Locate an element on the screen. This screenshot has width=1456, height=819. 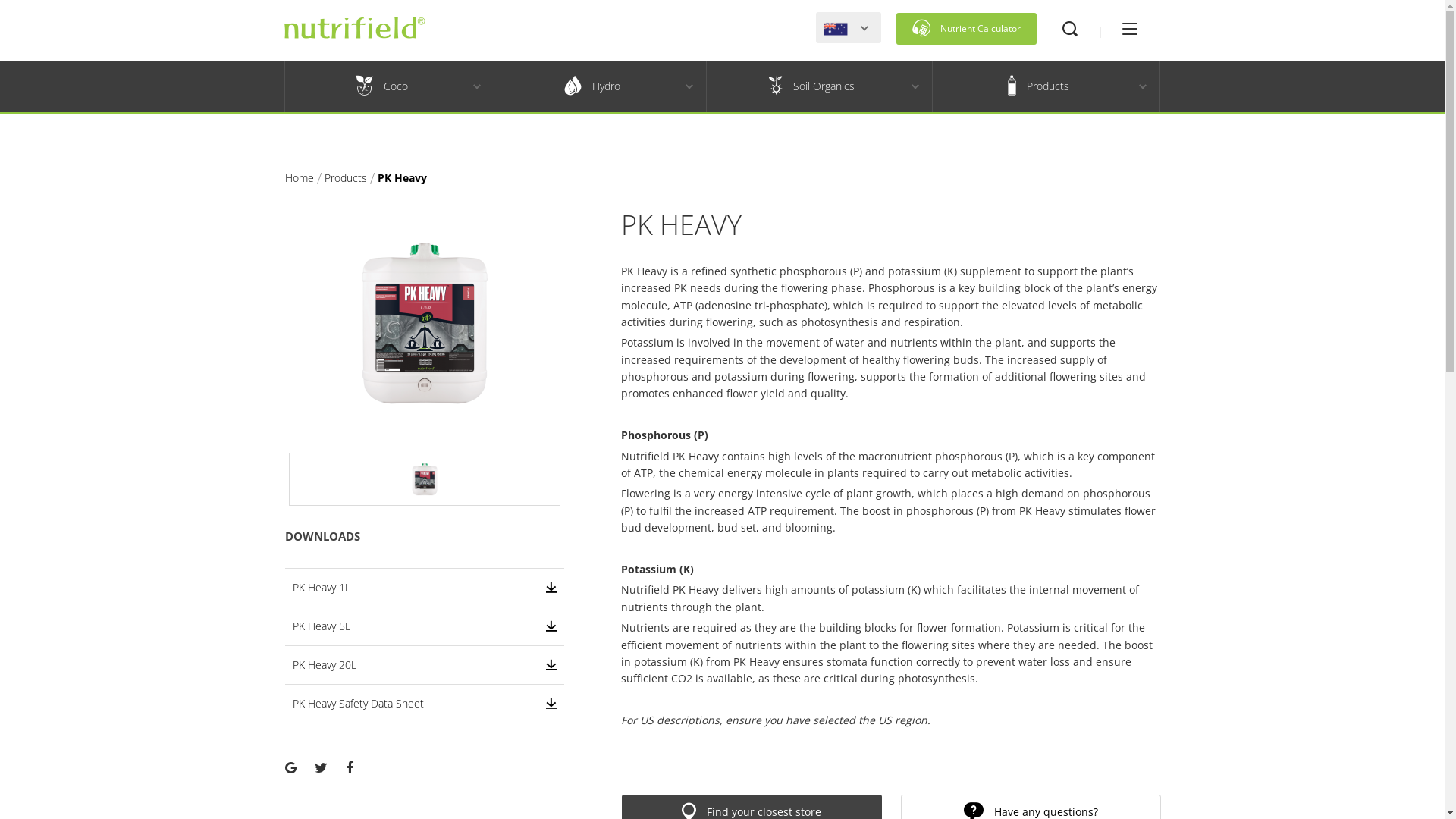
'Hydro' is located at coordinates (494, 86).